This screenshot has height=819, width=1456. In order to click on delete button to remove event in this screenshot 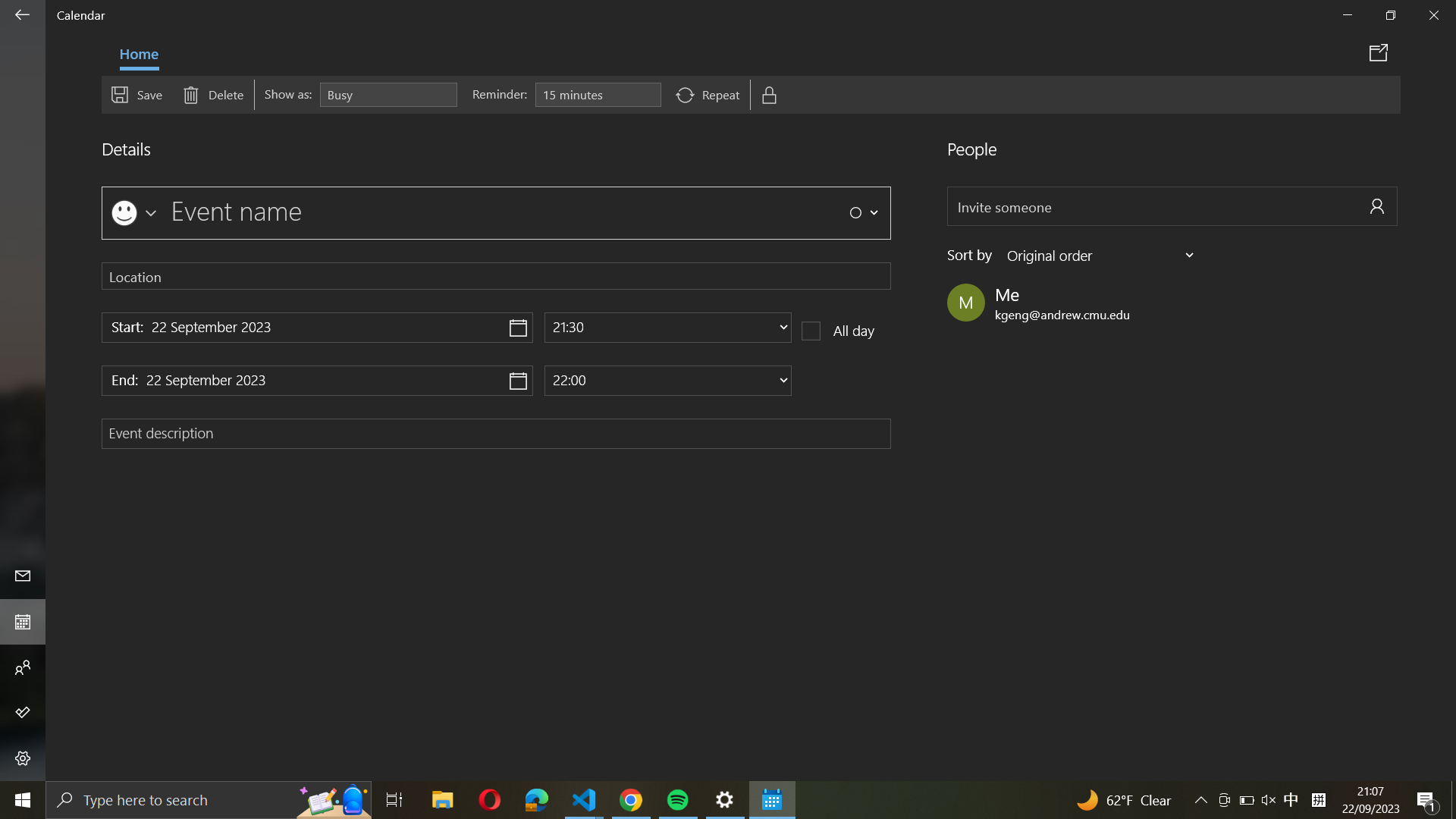, I will do `click(212, 93)`.